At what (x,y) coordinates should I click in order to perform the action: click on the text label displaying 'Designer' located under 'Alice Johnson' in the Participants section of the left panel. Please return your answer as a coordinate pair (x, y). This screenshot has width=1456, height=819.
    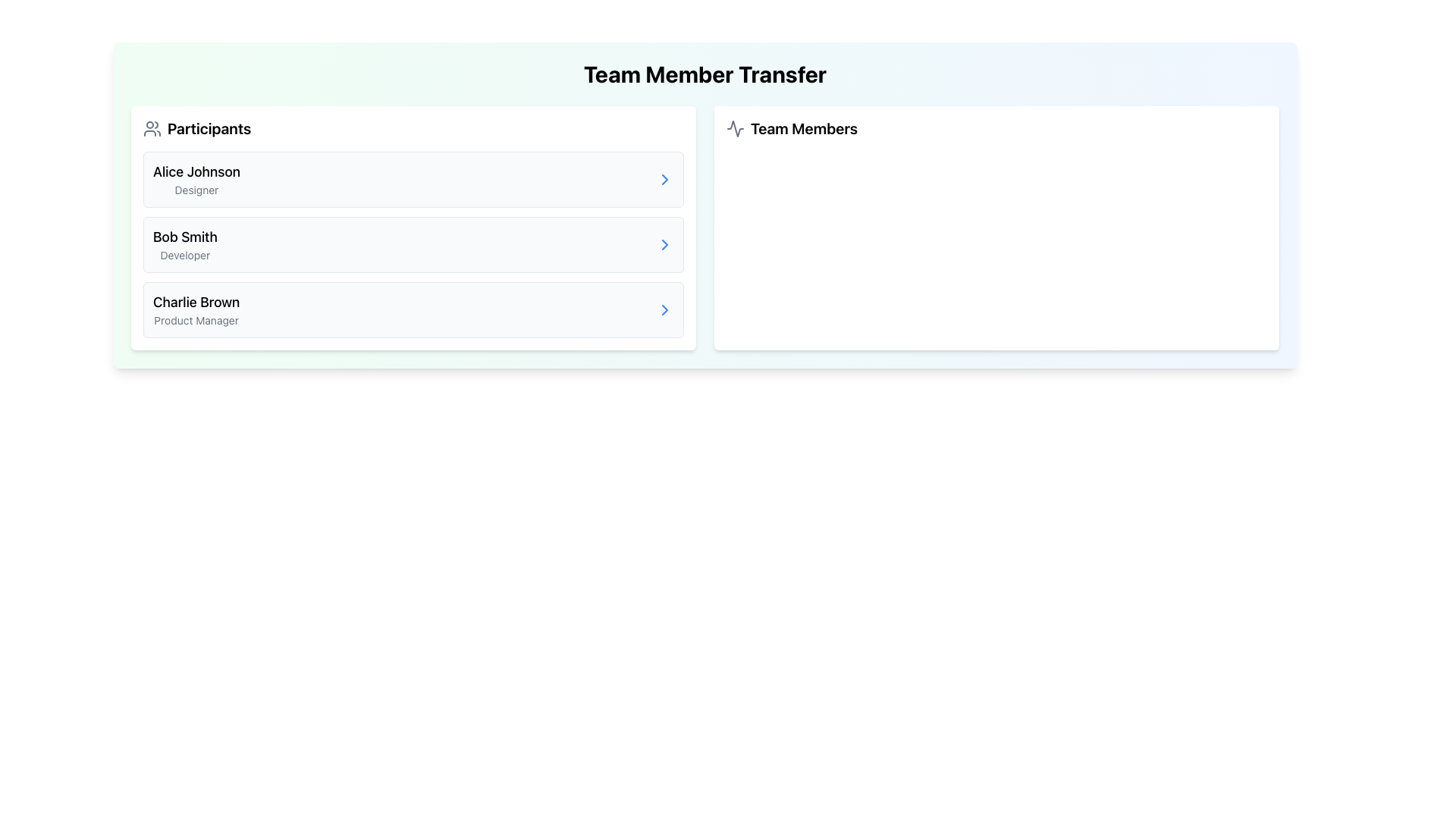
    Looking at the image, I should click on (196, 189).